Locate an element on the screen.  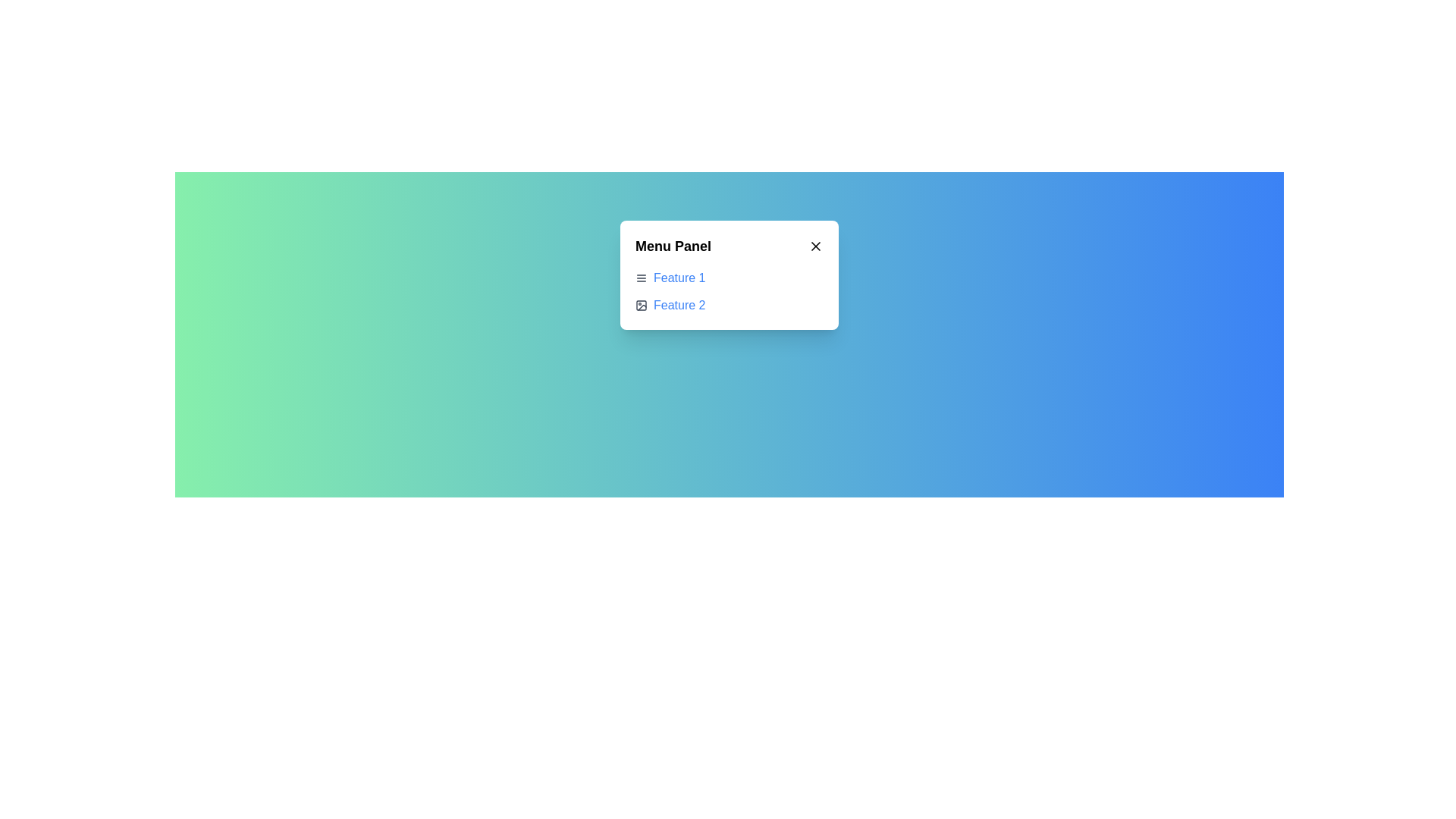
the hyperlink that navigates to the section labeled 'Feature 1', which is positioned below 'Menu Panel' and above 'Feature 2' in the modal panel is located at coordinates (679, 278).